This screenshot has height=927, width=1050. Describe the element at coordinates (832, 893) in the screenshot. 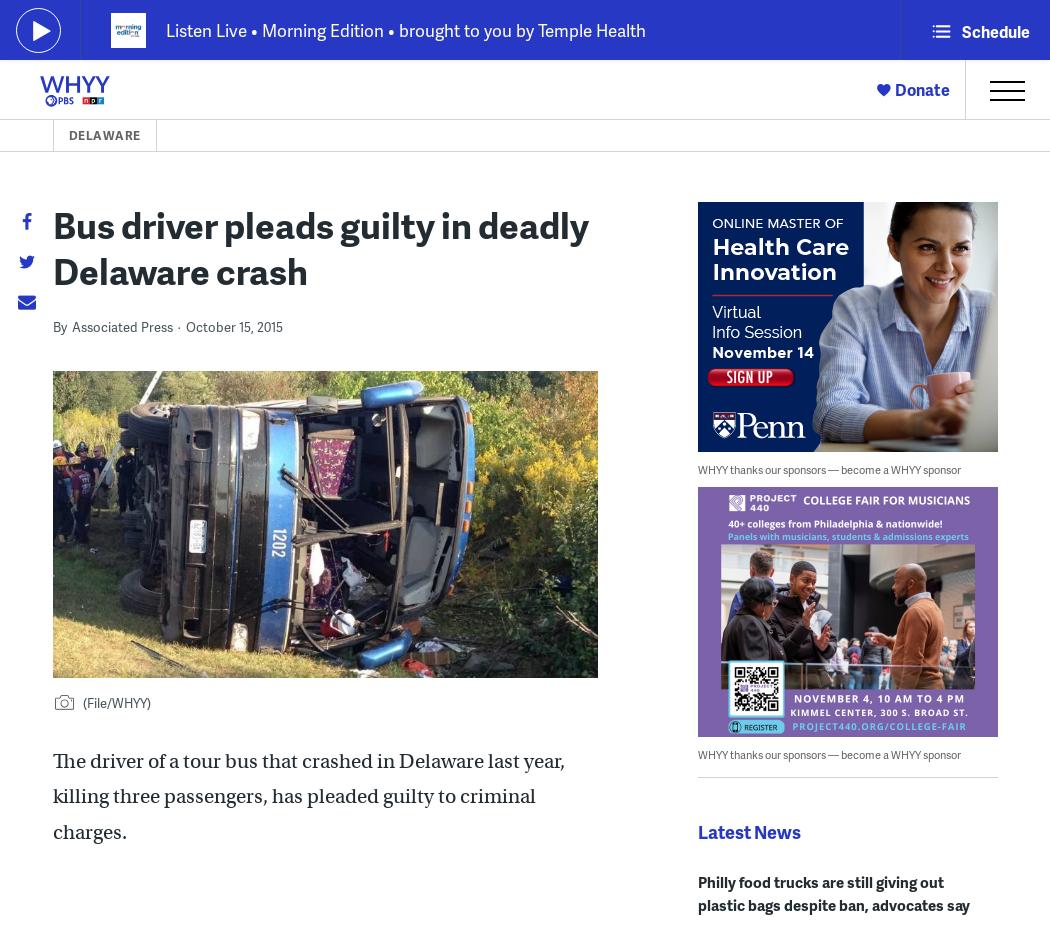

I see `'Philly food trucks are still giving out plastic bags despite ban, advocates say'` at that location.